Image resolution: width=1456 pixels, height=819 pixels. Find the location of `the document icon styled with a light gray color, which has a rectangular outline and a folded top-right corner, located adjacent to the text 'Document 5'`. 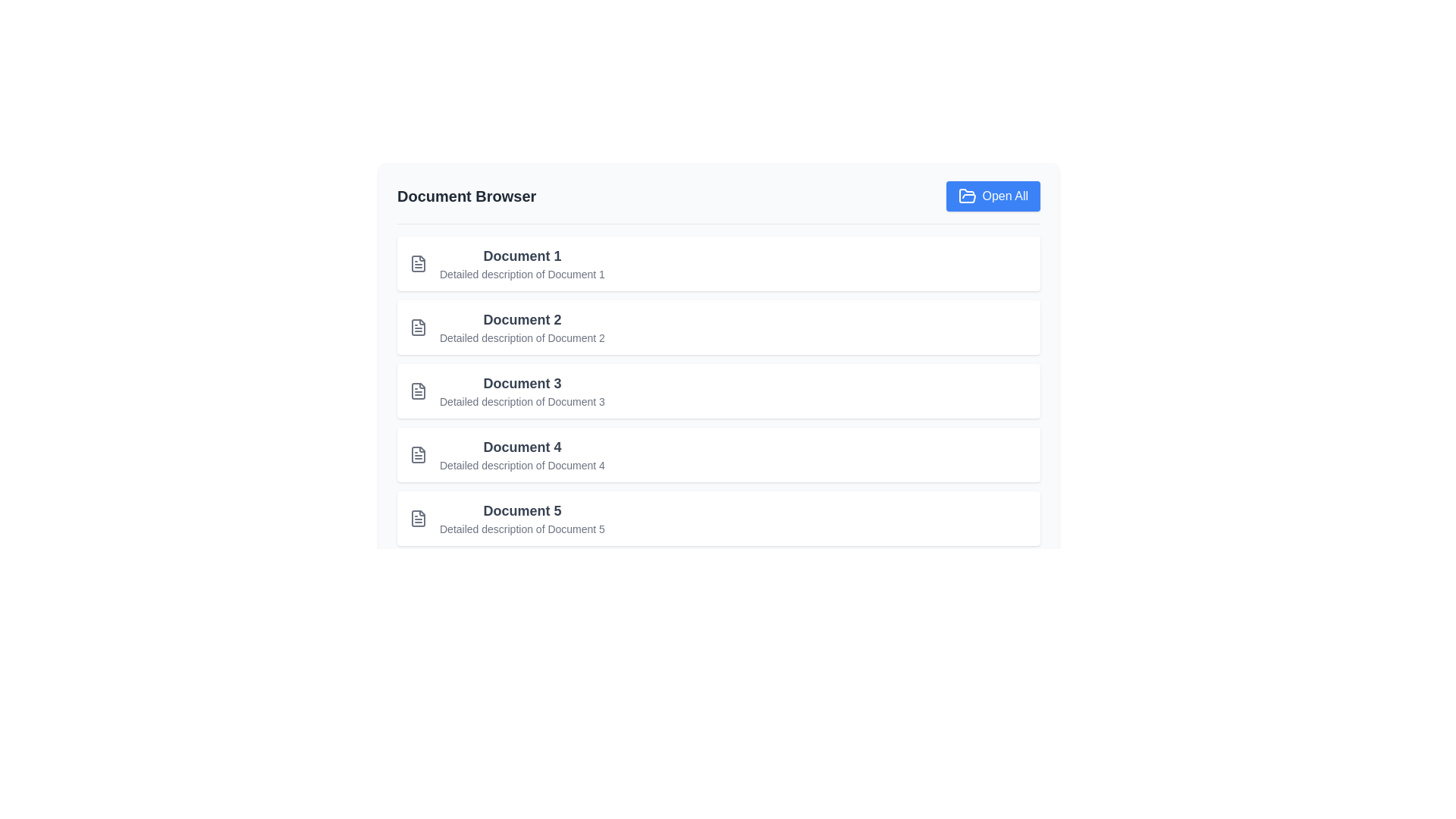

the document icon styled with a light gray color, which has a rectangular outline and a folded top-right corner, located adjacent to the text 'Document 5' is located at coordinates (419, 517).